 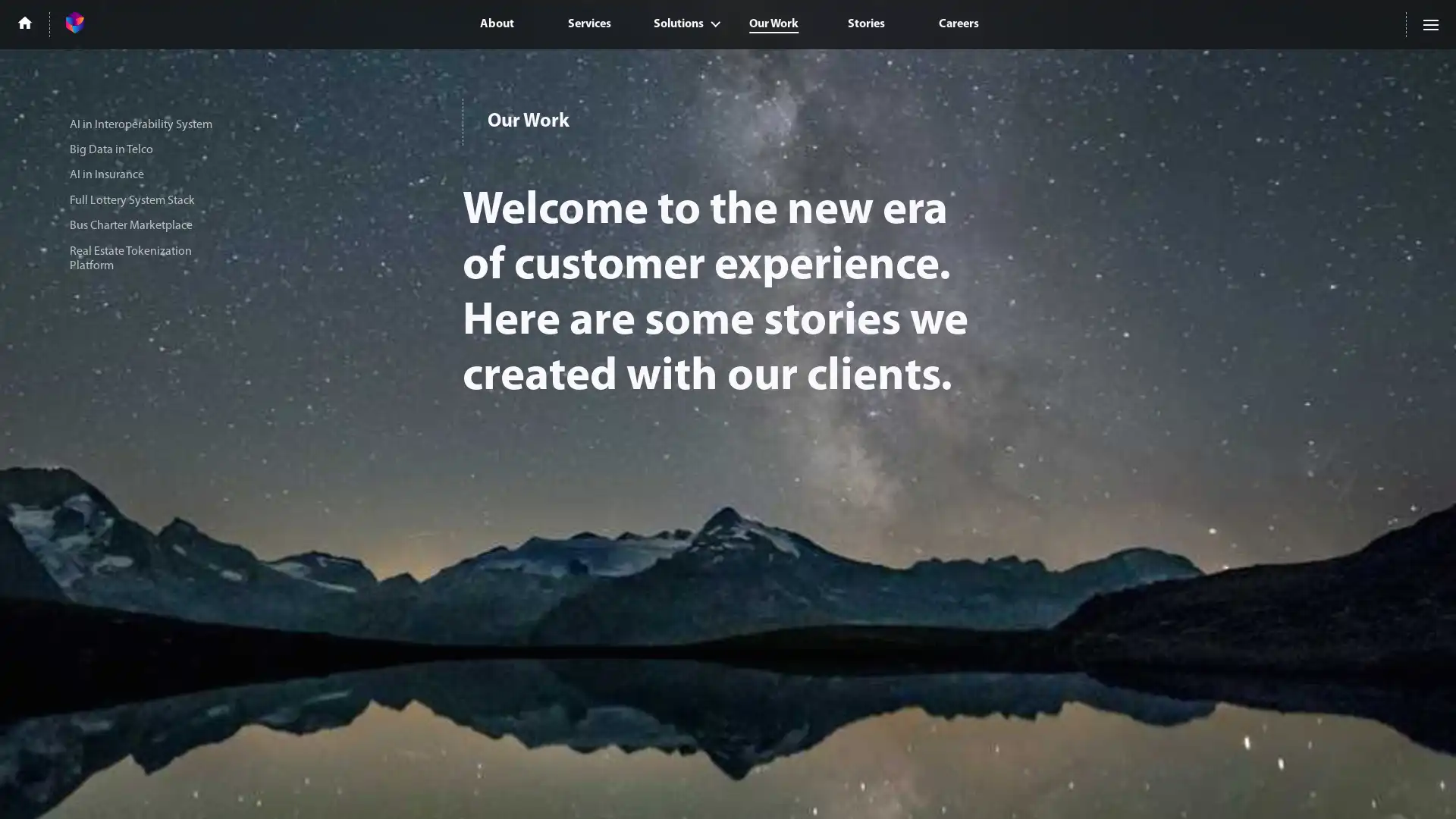 What do you see at coordinates (1360, 786) in the screenshot?
I see `HIDE` at bounding box center [1360, 786].